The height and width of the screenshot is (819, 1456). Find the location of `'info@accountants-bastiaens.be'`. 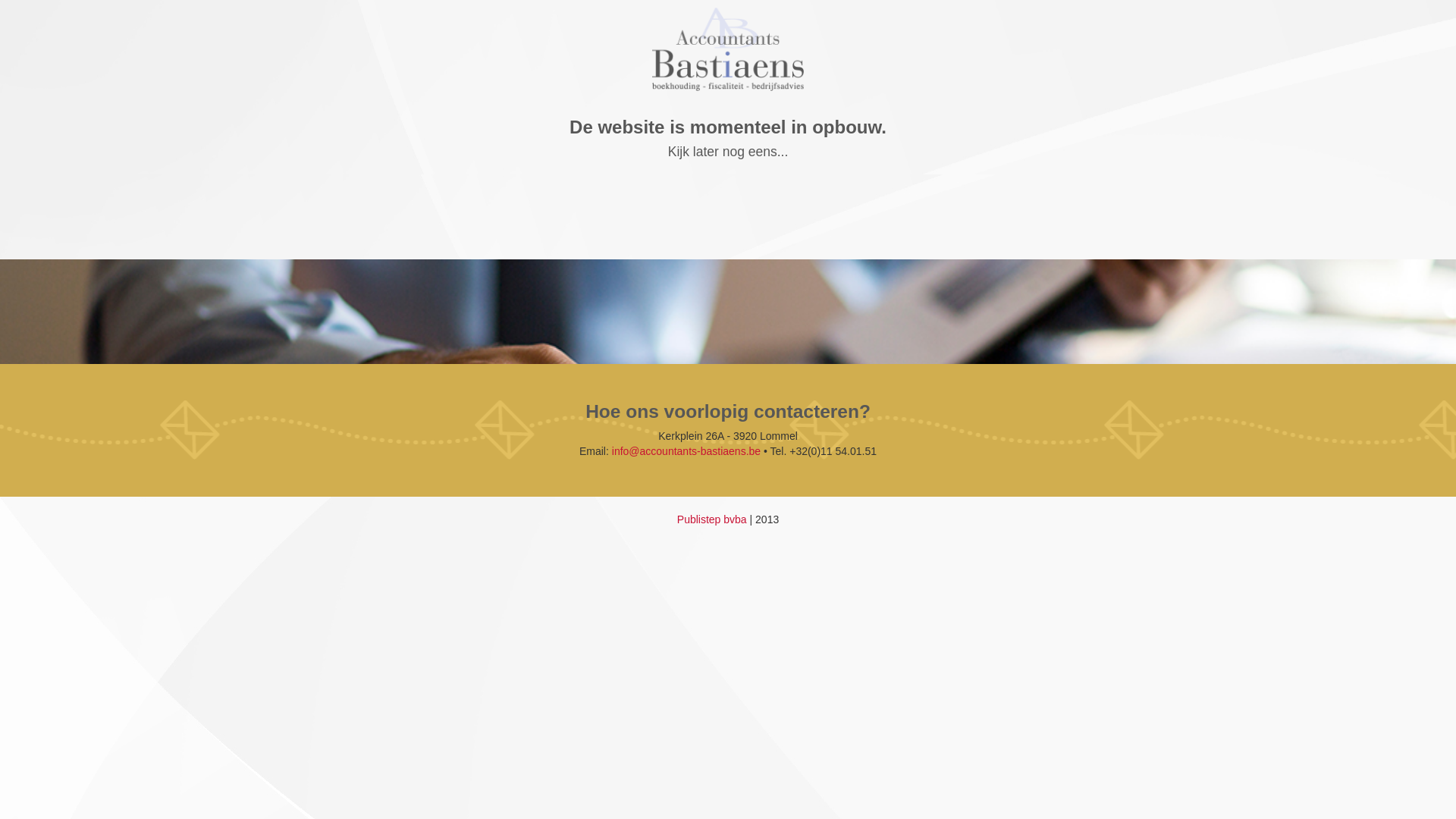

'info@accountants-bastiaens.be' is located at coordinates (686, 450).